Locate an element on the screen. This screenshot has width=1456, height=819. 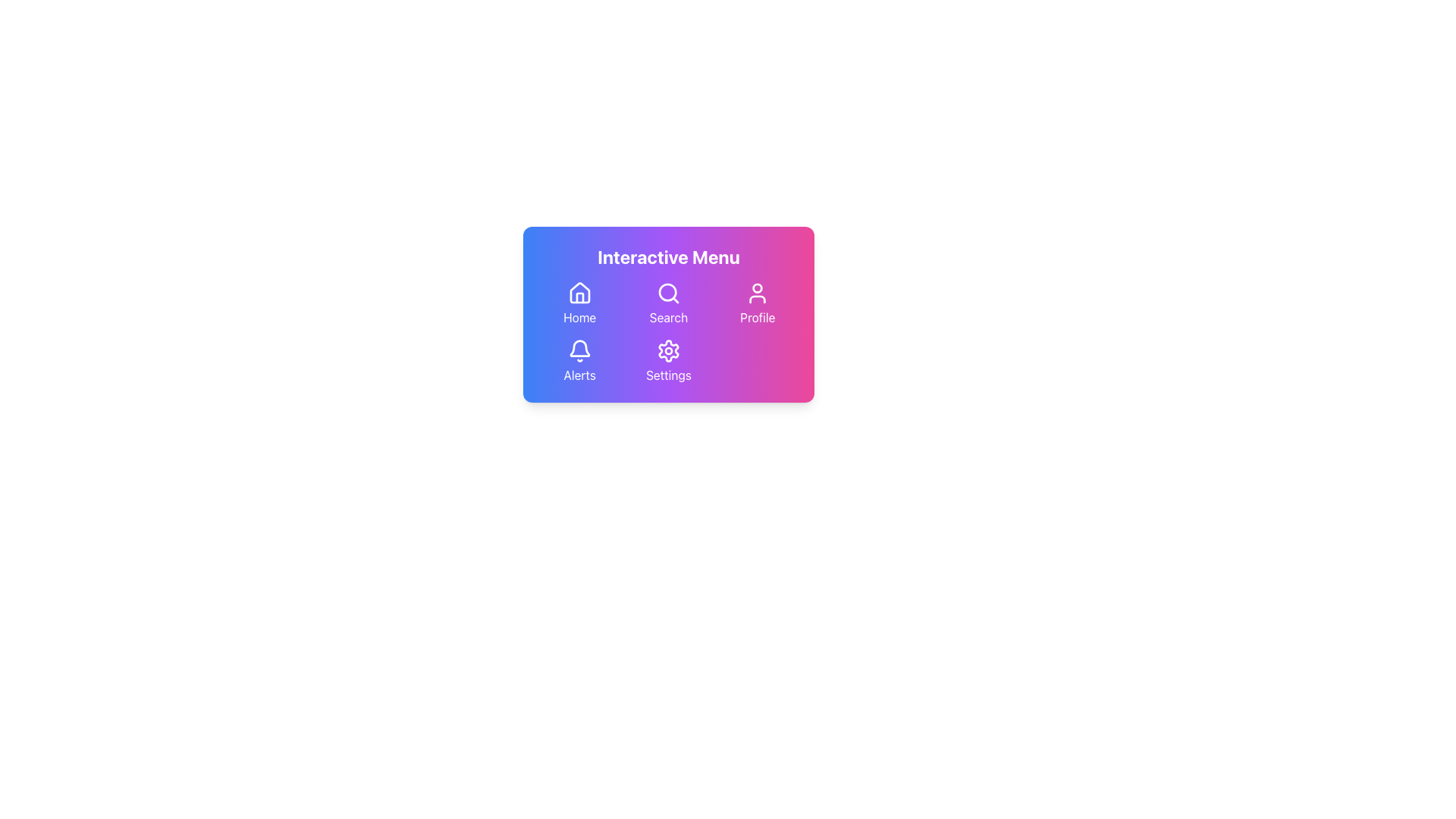
the text label that serves as a descriptor for the search functionality located under the search icon in the interactive menu card to observe additional effects such as color changes is located at coordinates (668, 317).